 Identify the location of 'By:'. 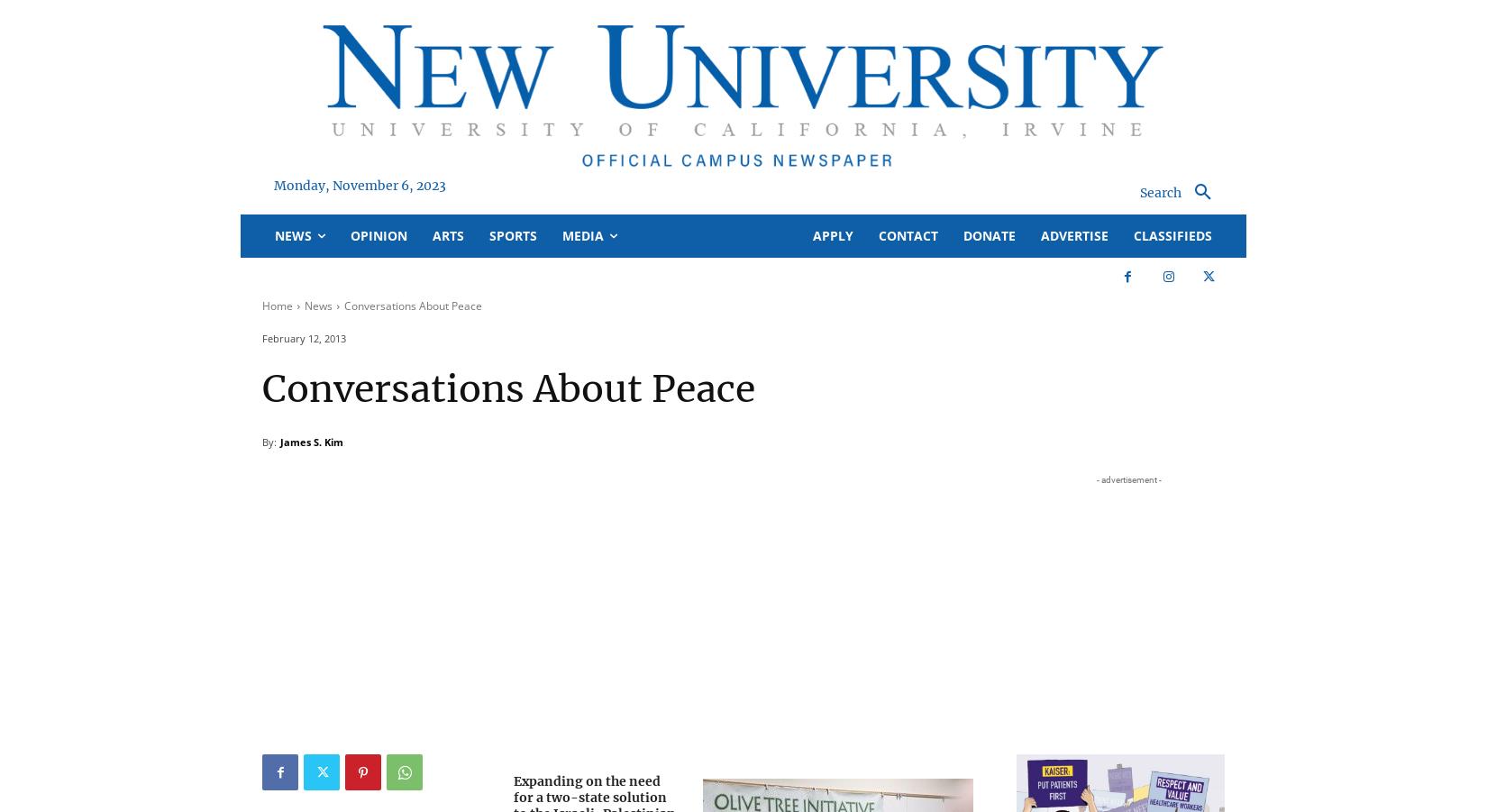
(269, 442).